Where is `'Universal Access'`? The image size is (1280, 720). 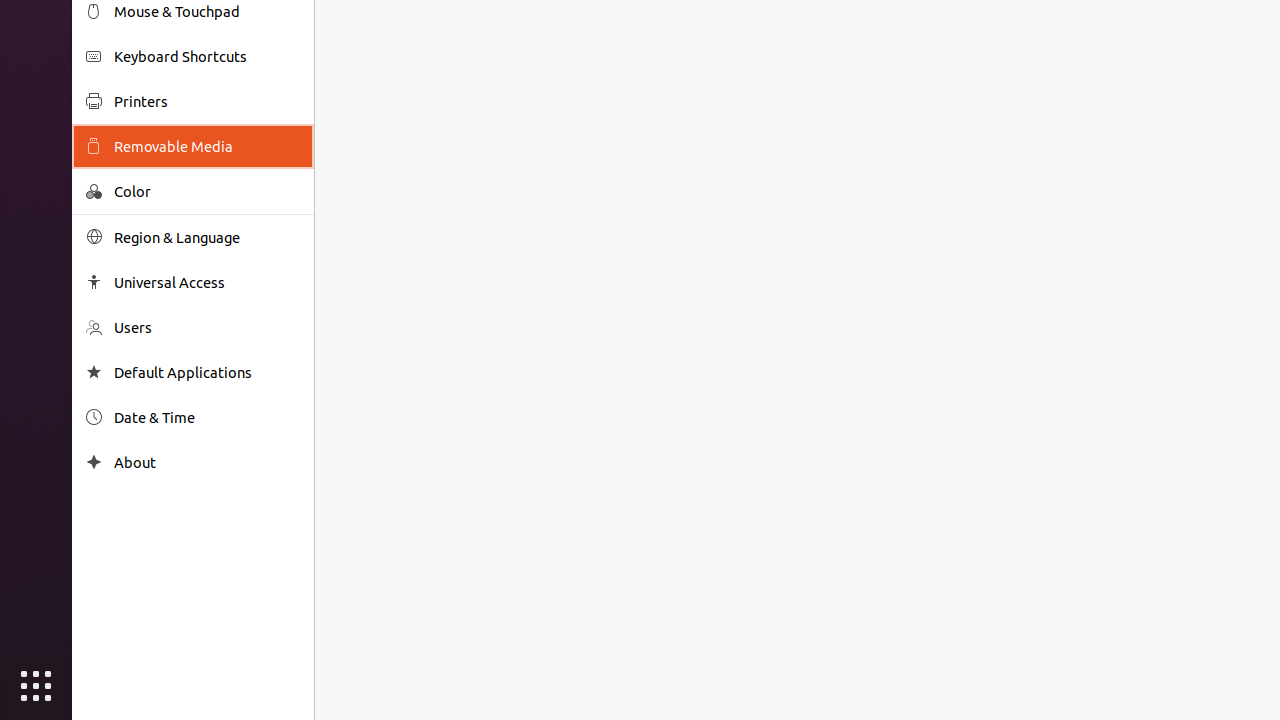 'Universal Access' is located at coordinates (206, 282).